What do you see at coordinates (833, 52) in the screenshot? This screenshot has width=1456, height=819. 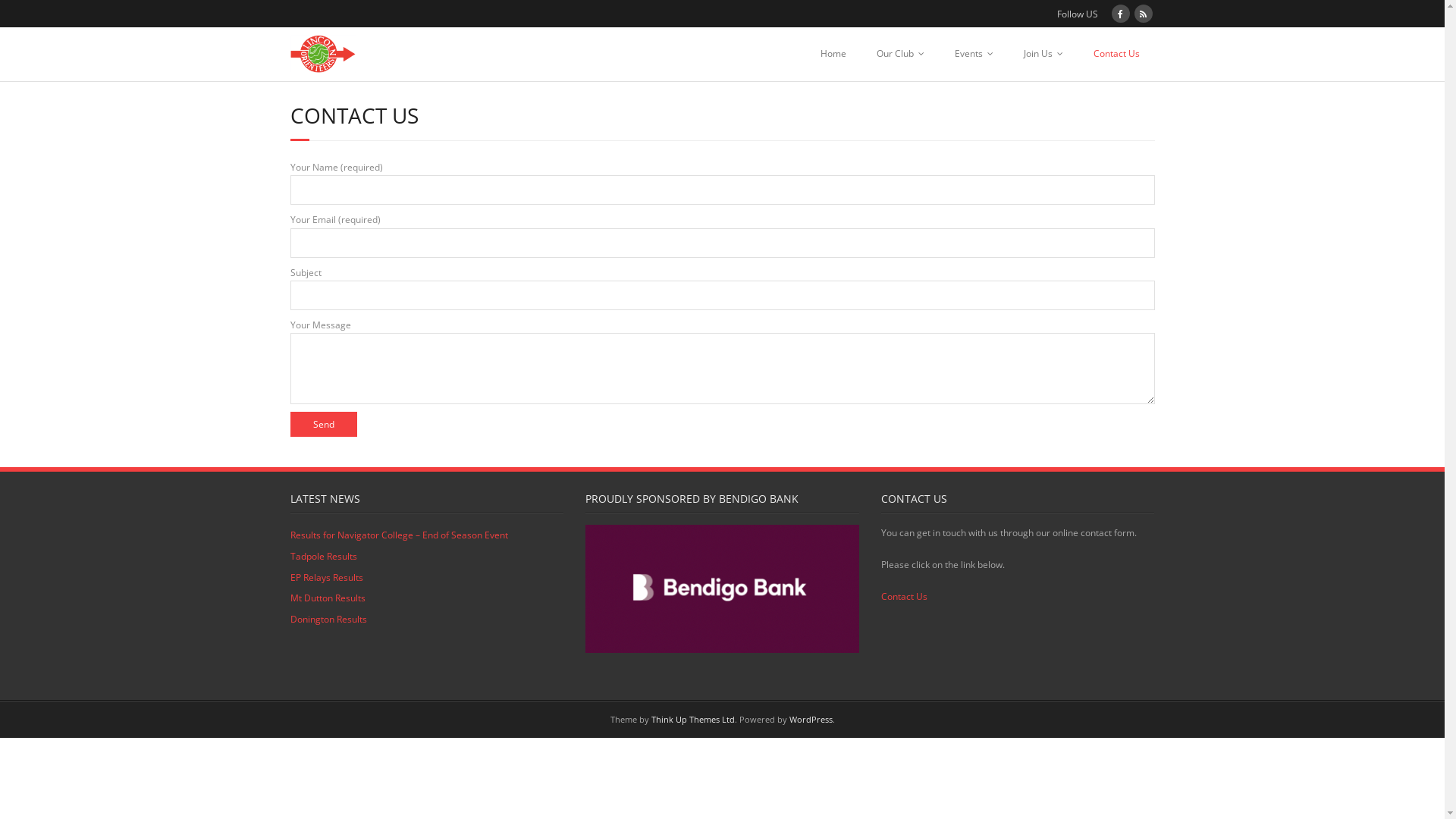 I see `'Home'` at bounding box center [833, 52].